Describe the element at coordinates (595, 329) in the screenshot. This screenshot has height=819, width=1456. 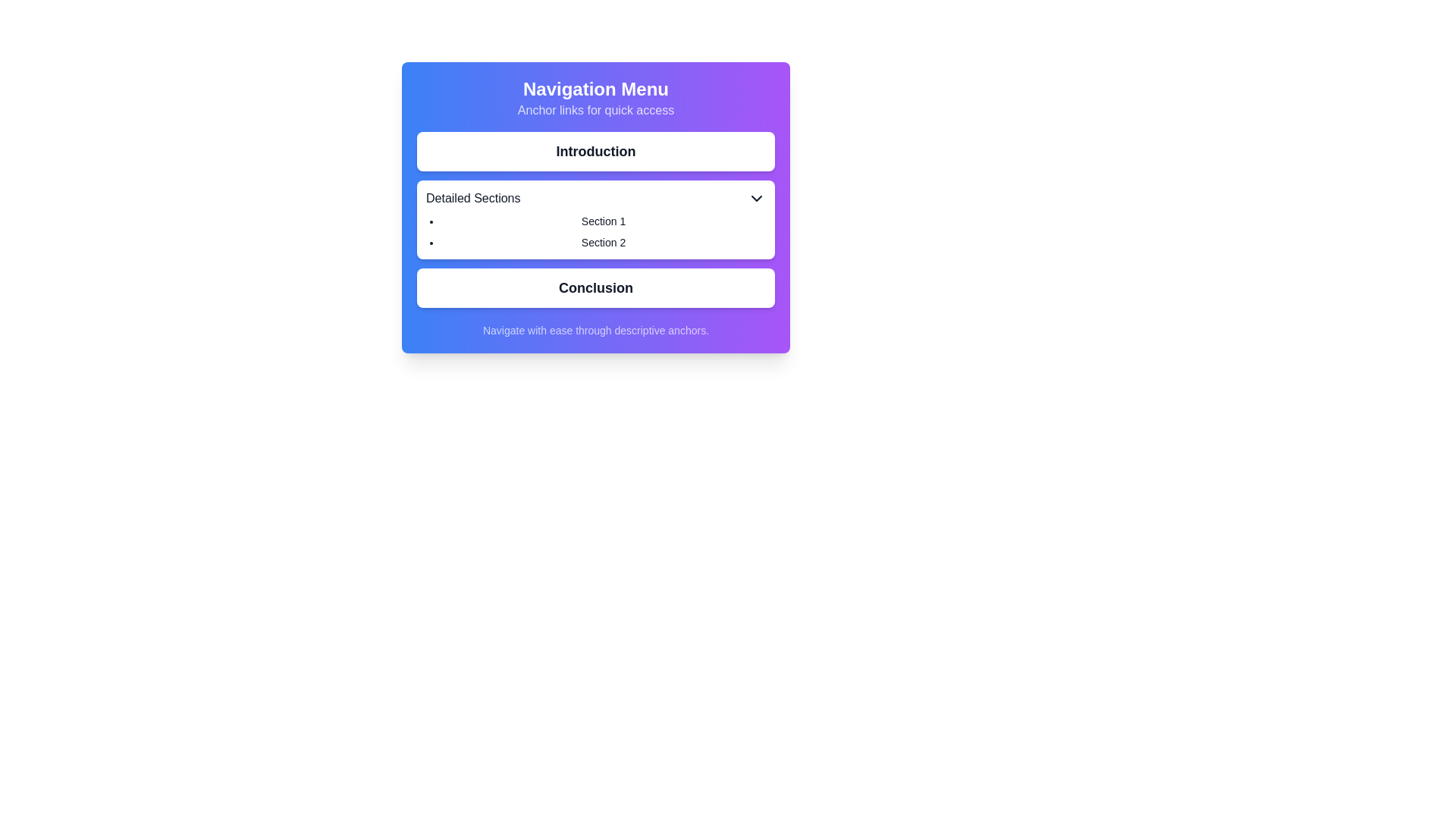
I see `the descriptive label text stating 'Navigate with ease through descriptive anchors.' which is centrally aligned at the bottom of the 'Navigation Menu' panel` at that location.